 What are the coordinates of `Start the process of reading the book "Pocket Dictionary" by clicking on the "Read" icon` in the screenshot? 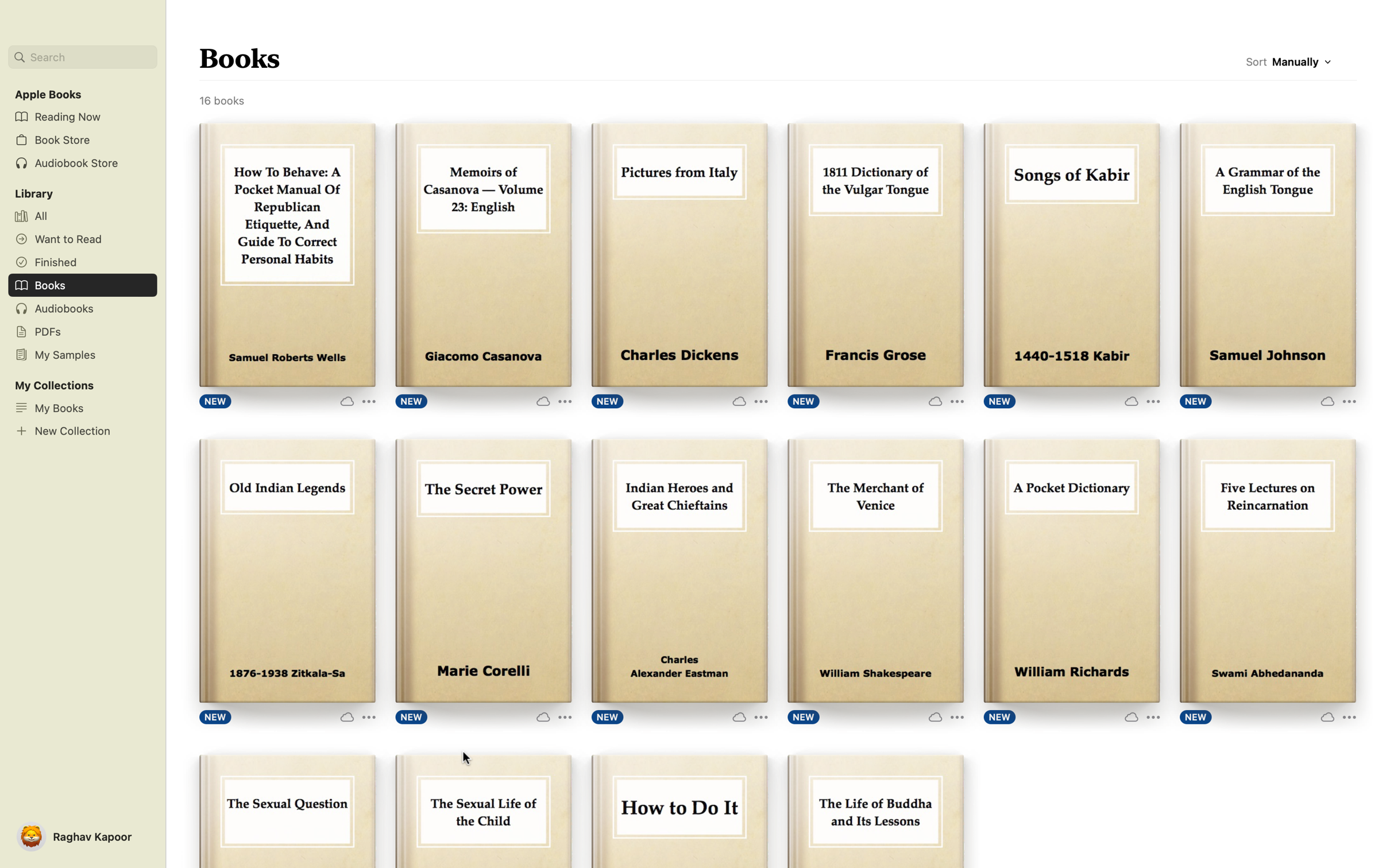 It's located at (1071, 569).